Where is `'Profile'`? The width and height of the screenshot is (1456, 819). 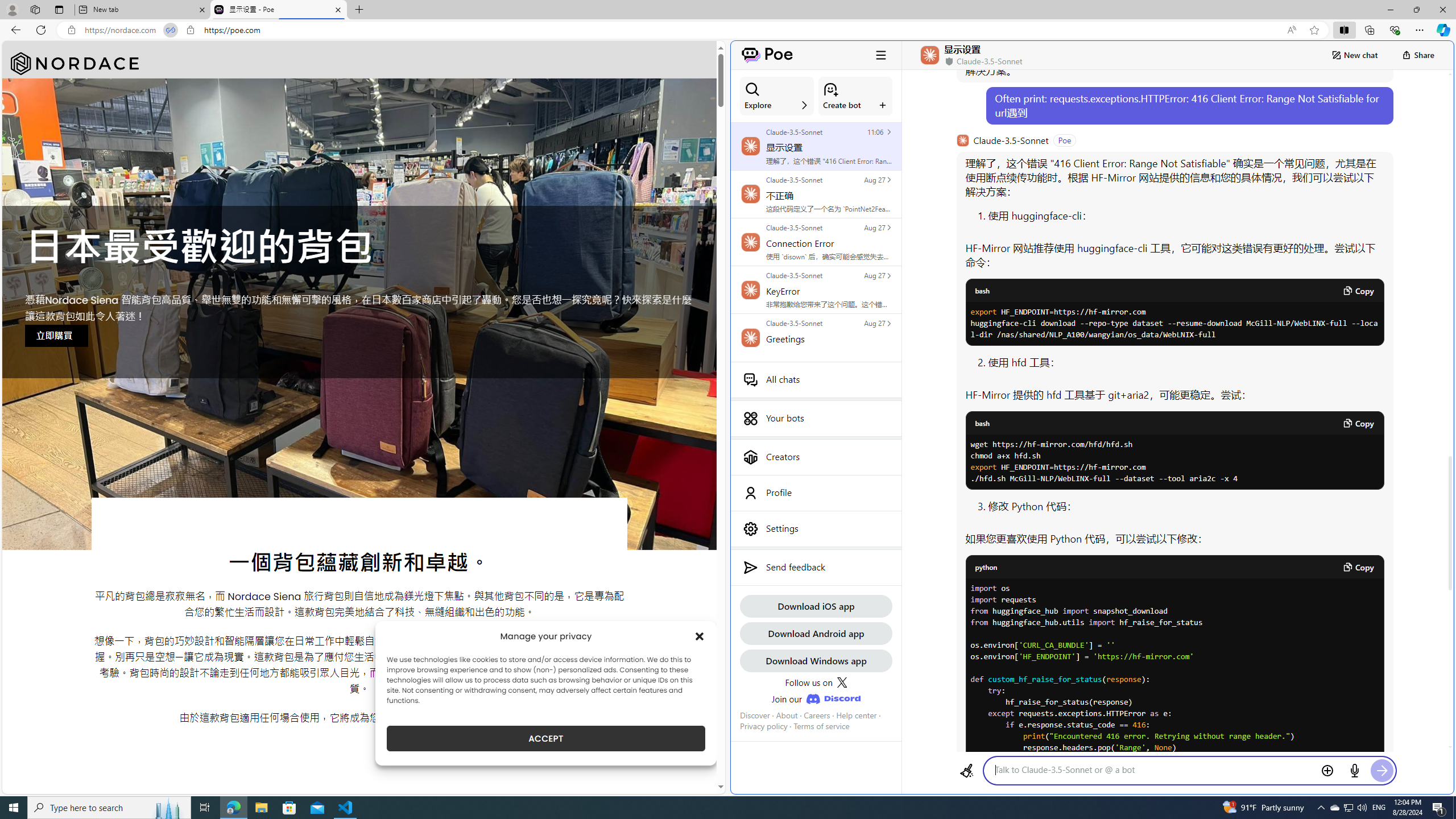 'Profile' is located at coordinates (816, 492).